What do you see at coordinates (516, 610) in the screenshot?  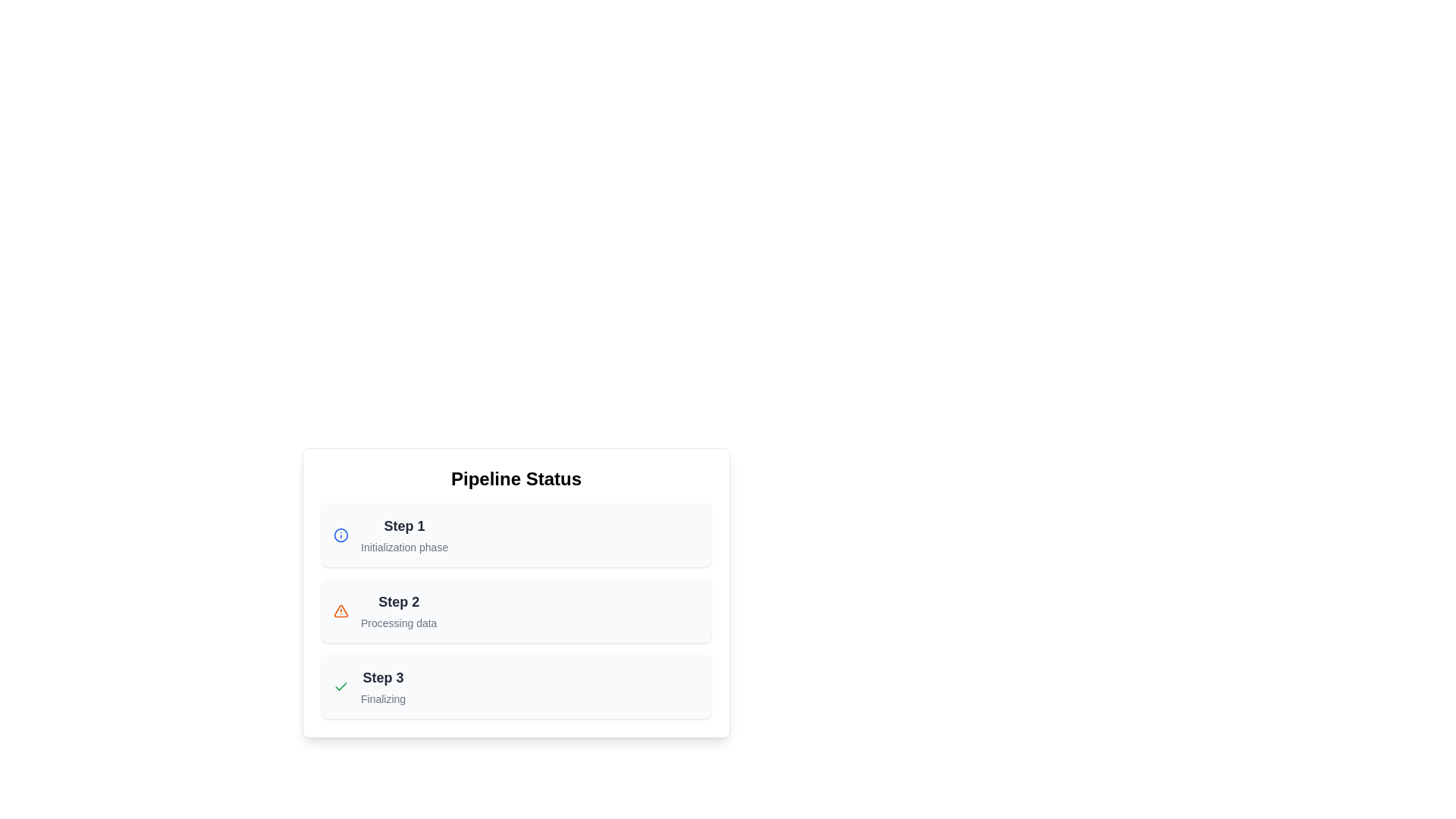 I see `the Informational block indicating 'Processing data', which is the second step in the process pipeline` at bounding box center [516, 610].